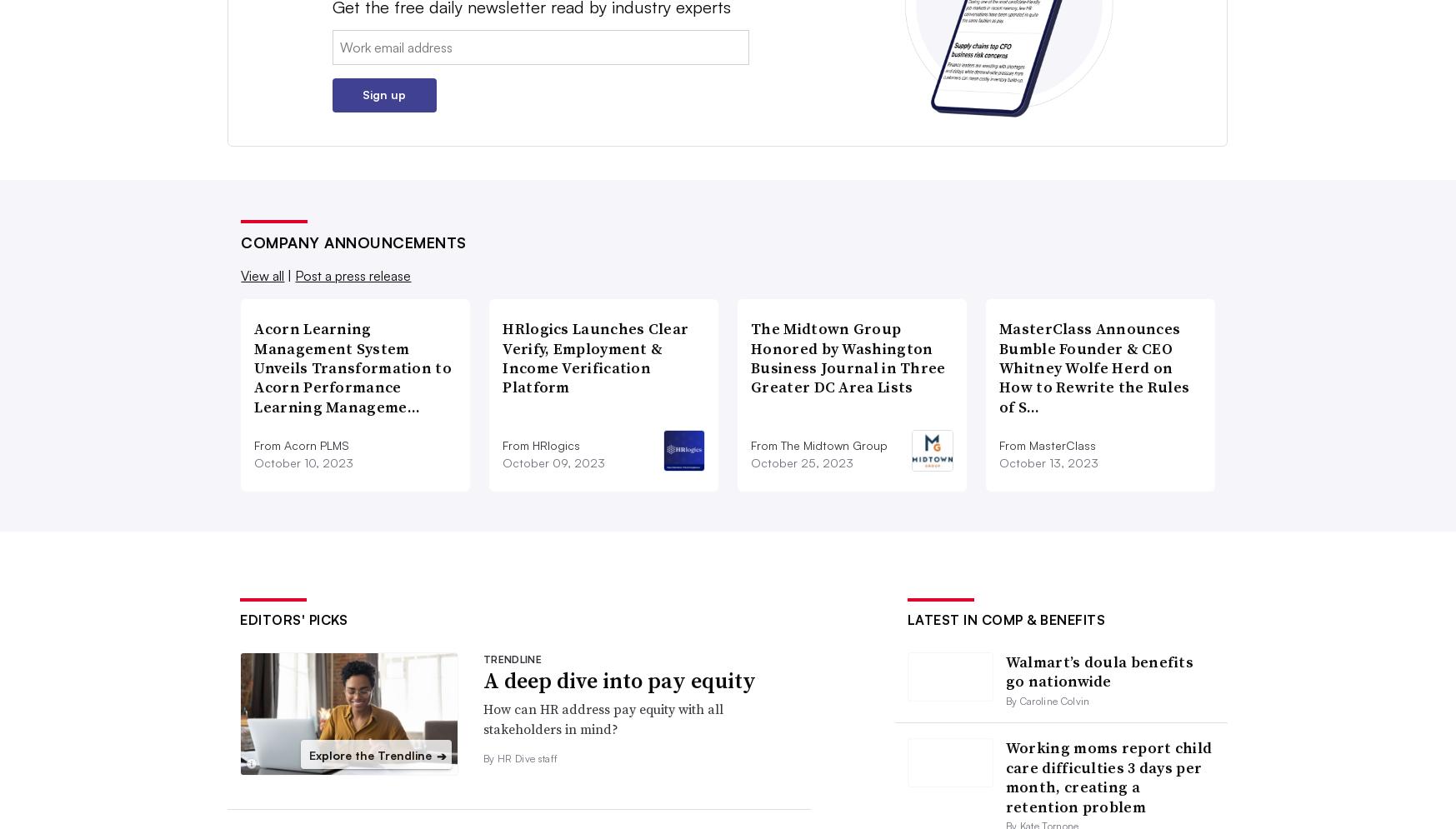  Describe the element at coordinates (512, 659) in the screenshot. I see `'Trendline'` at that location.